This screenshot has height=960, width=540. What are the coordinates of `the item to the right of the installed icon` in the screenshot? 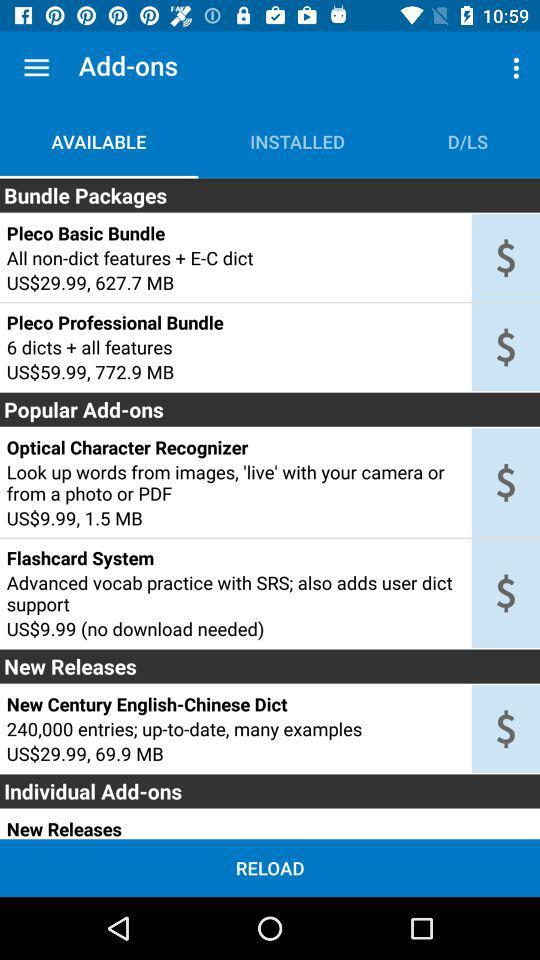 It's located at (468, 140).